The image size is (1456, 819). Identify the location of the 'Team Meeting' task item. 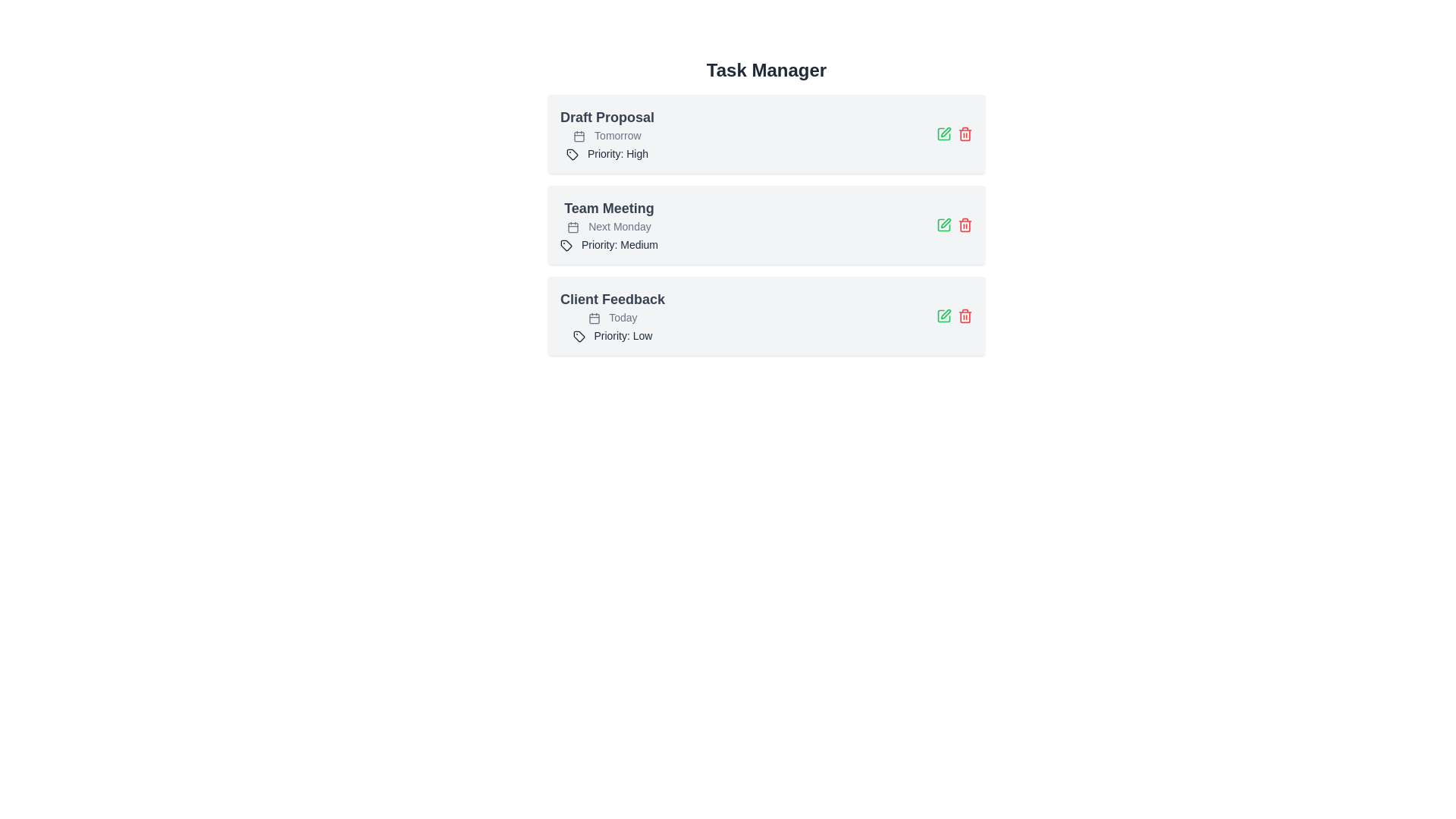
(767, 207).